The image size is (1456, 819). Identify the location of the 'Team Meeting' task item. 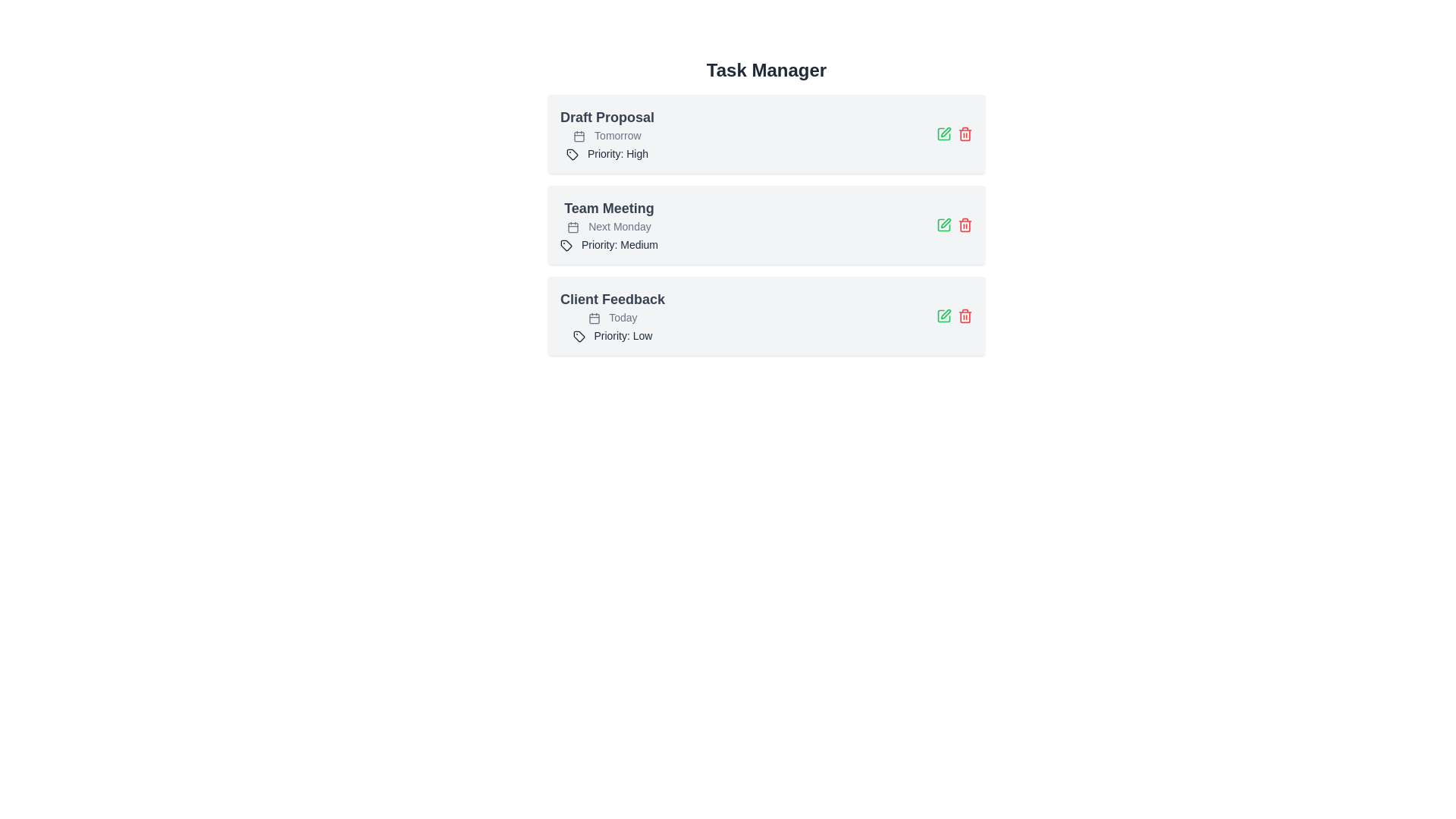
(767, 207).